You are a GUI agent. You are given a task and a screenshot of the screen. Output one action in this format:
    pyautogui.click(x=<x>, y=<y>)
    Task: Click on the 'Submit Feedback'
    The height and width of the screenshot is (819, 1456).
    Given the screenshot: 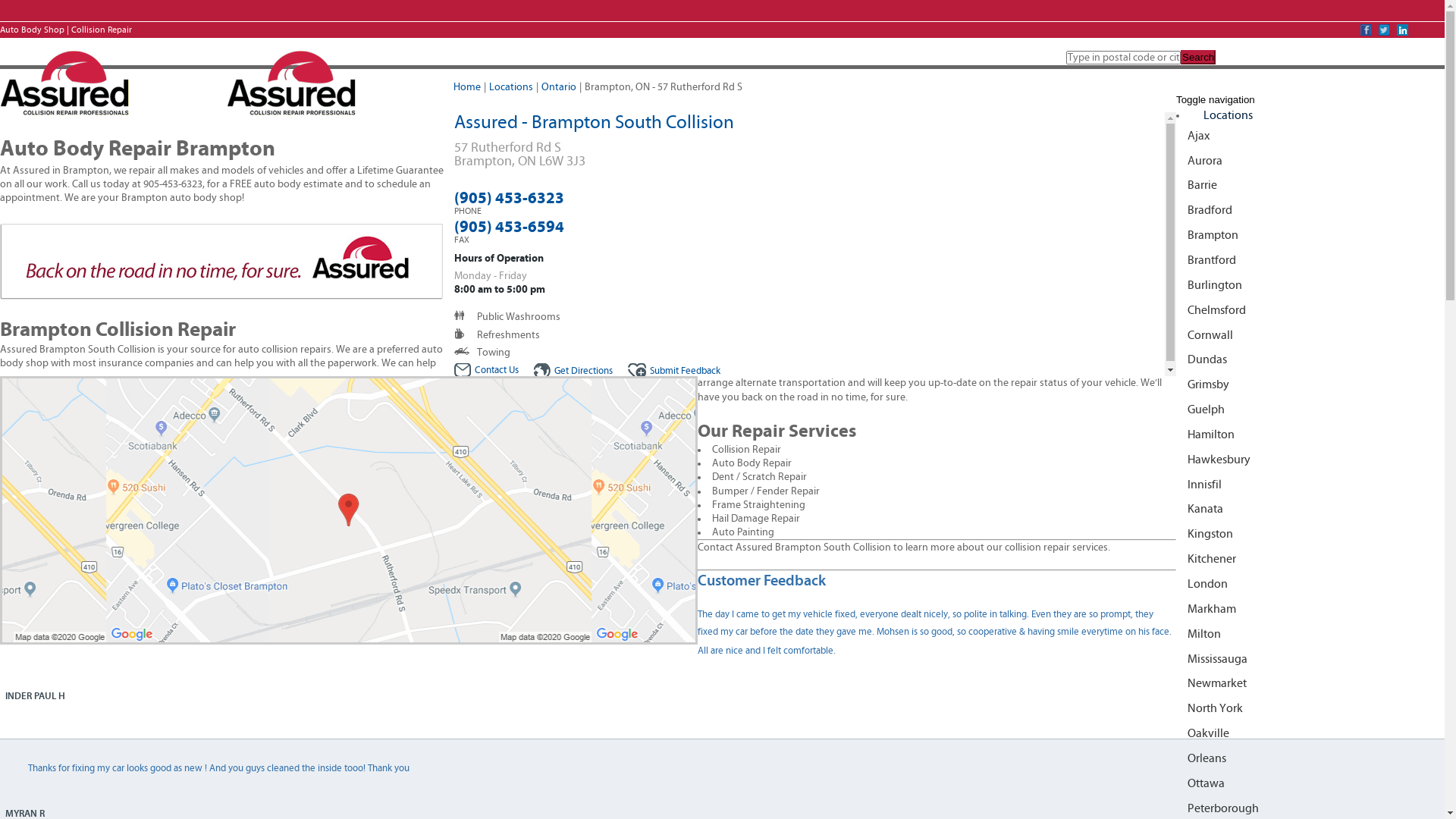 What is the action you would take?
    pyautogui.click(x=673, y=371)
    